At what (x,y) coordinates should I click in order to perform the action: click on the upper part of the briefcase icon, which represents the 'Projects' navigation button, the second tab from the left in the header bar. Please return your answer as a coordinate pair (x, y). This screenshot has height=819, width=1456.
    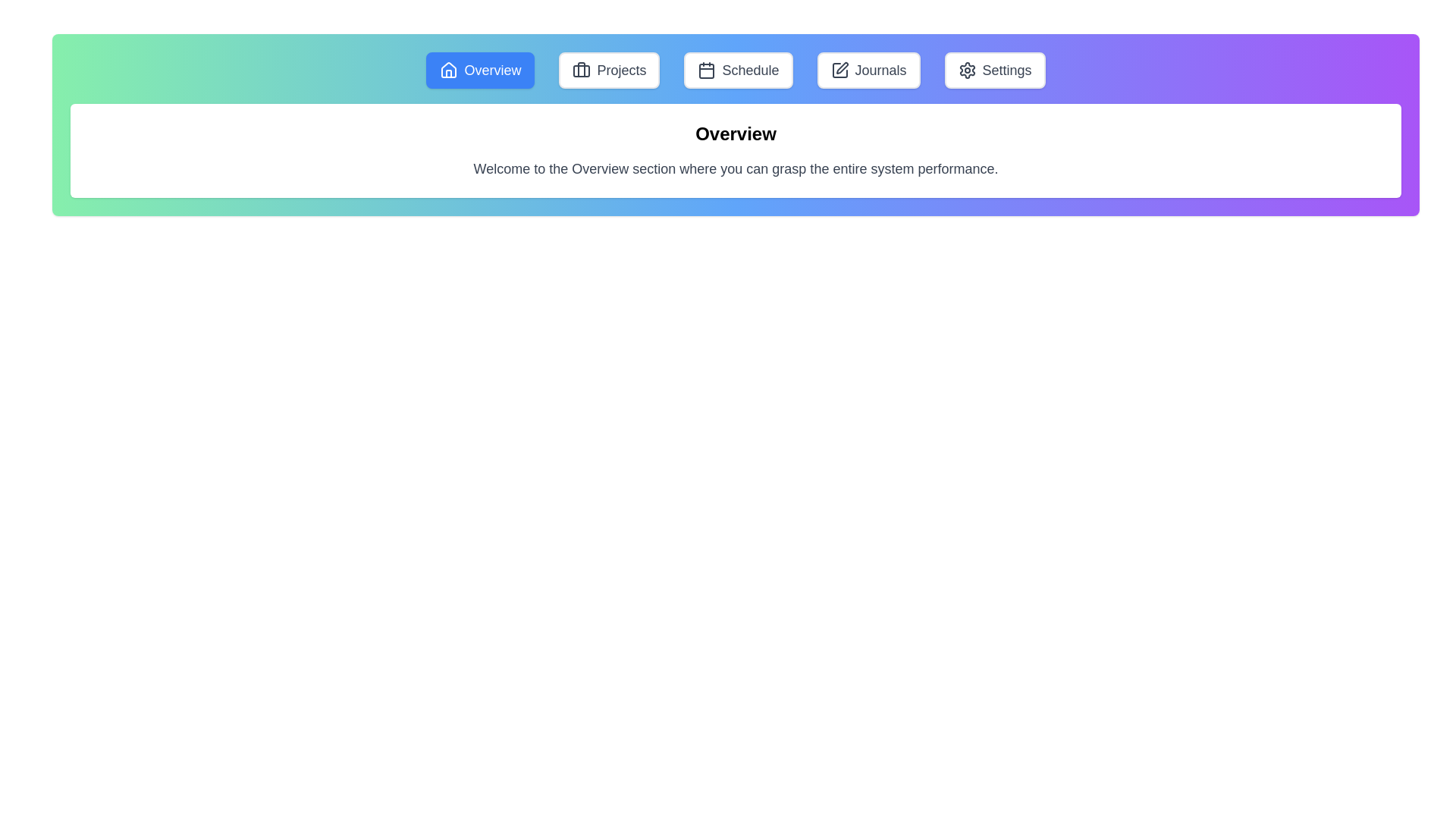
    Looking at the image, I should click on (581, 70).